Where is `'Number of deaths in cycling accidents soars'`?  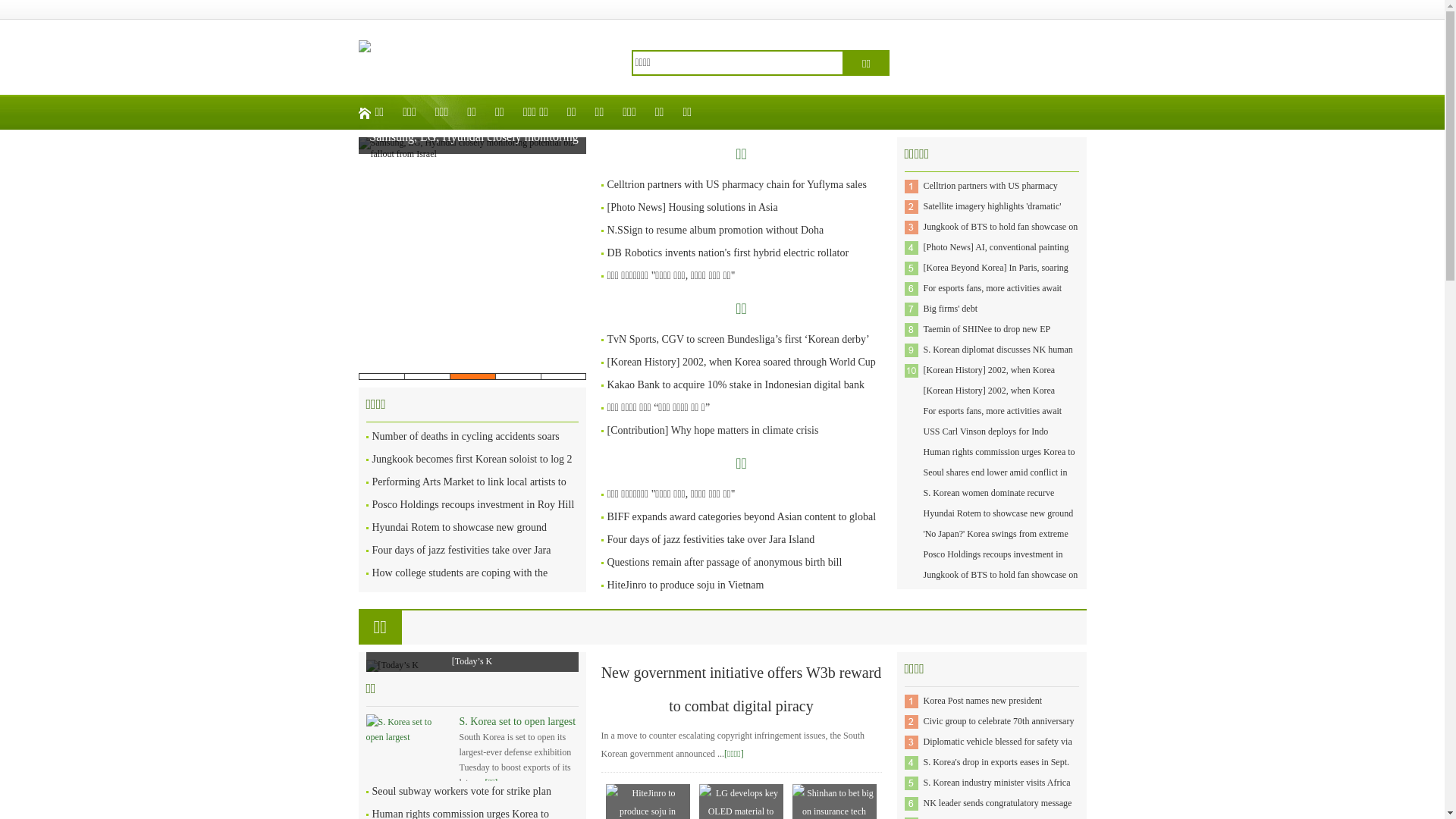
'Number of deaths in cycling accidents soars' is located at coordinates (371, 436).